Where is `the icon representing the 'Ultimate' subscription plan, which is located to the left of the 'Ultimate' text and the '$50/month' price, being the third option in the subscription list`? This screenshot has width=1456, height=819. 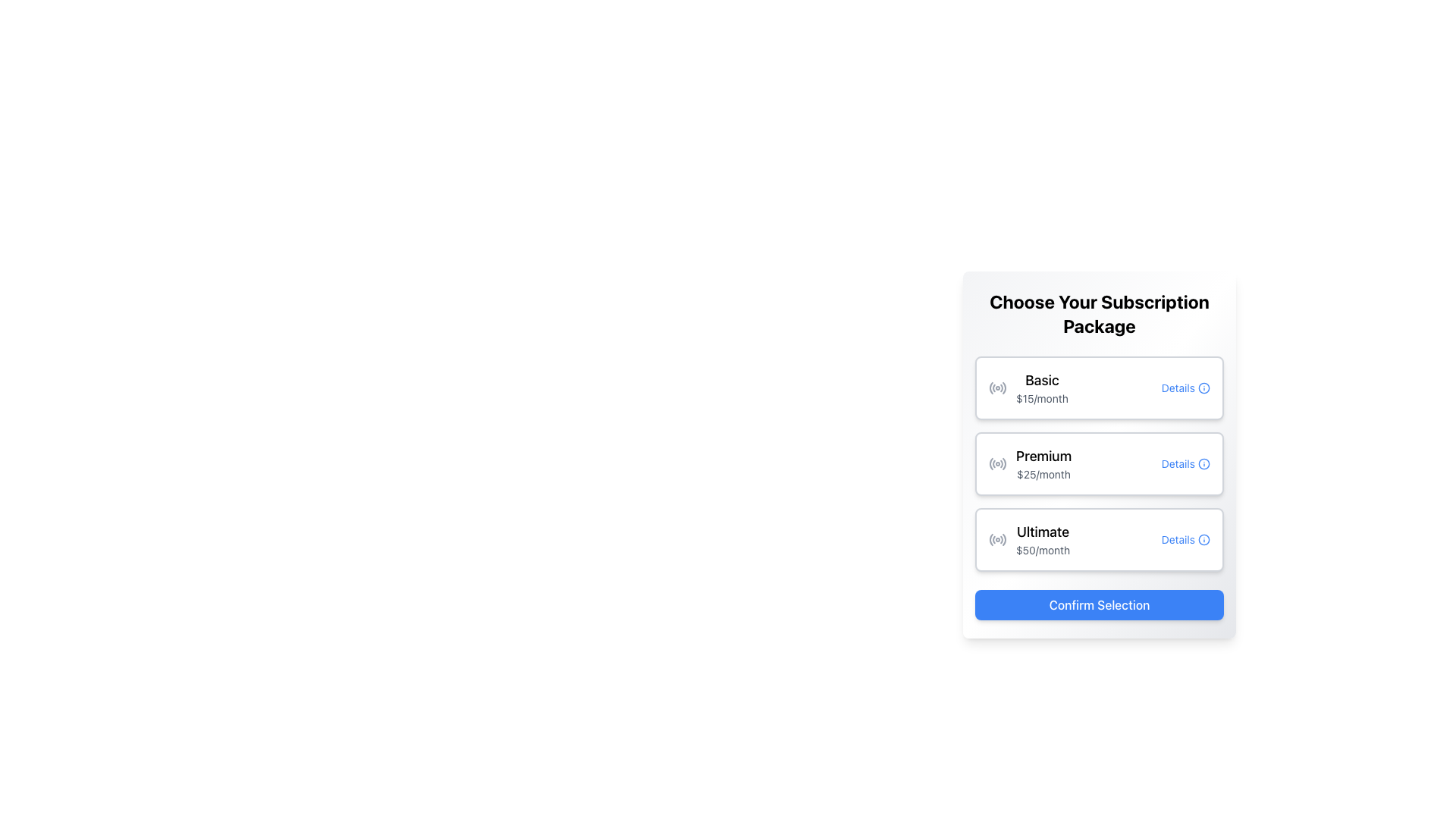 the icon representing the 'Ultimate' subscription plan, which is located to the left of the 'Ultimate' text and the '$50/month' price, being the third option in the subscription list is located at coordinates (997, 539).